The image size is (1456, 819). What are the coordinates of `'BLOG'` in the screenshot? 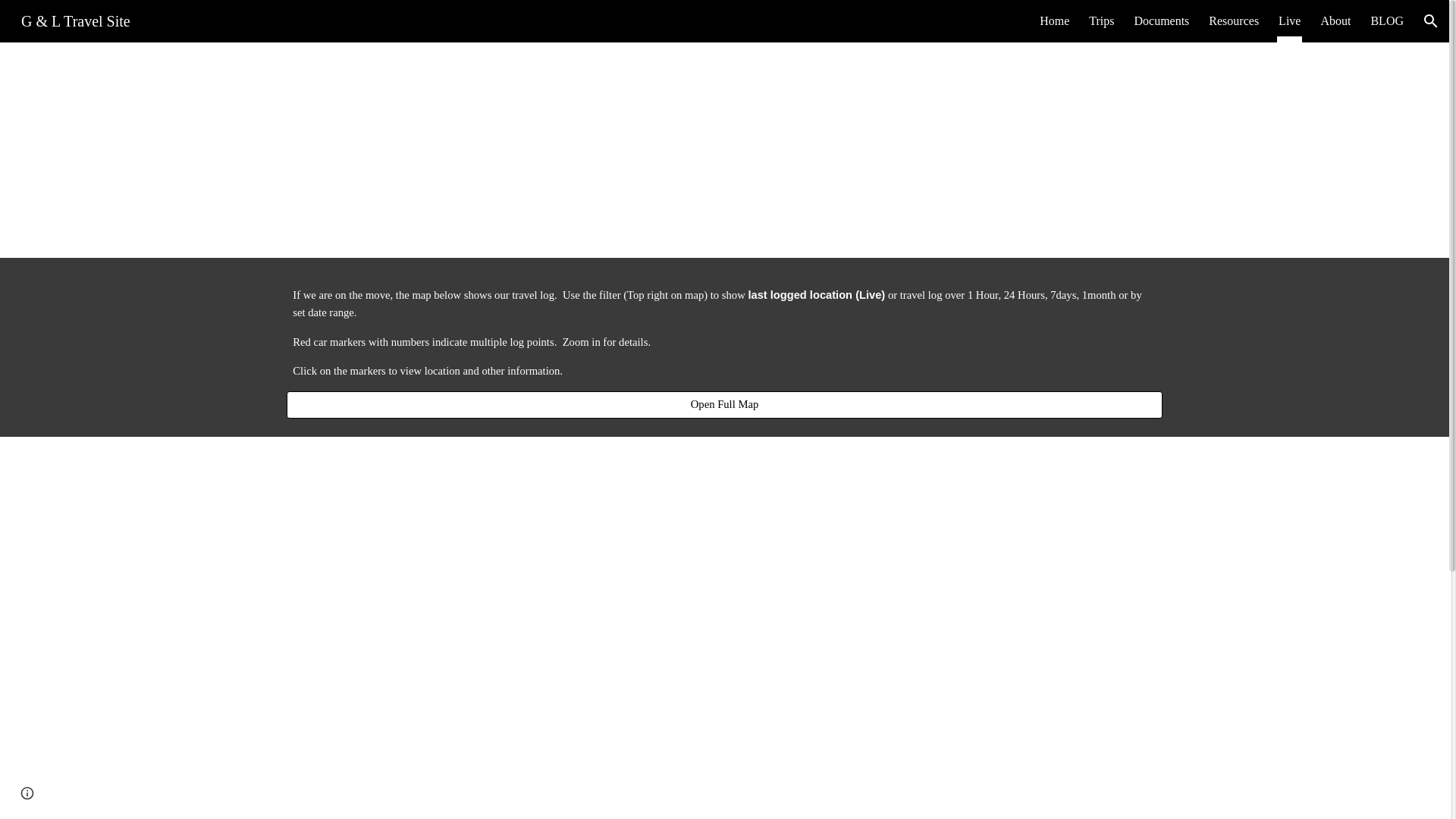 It's located at (1386, 20).